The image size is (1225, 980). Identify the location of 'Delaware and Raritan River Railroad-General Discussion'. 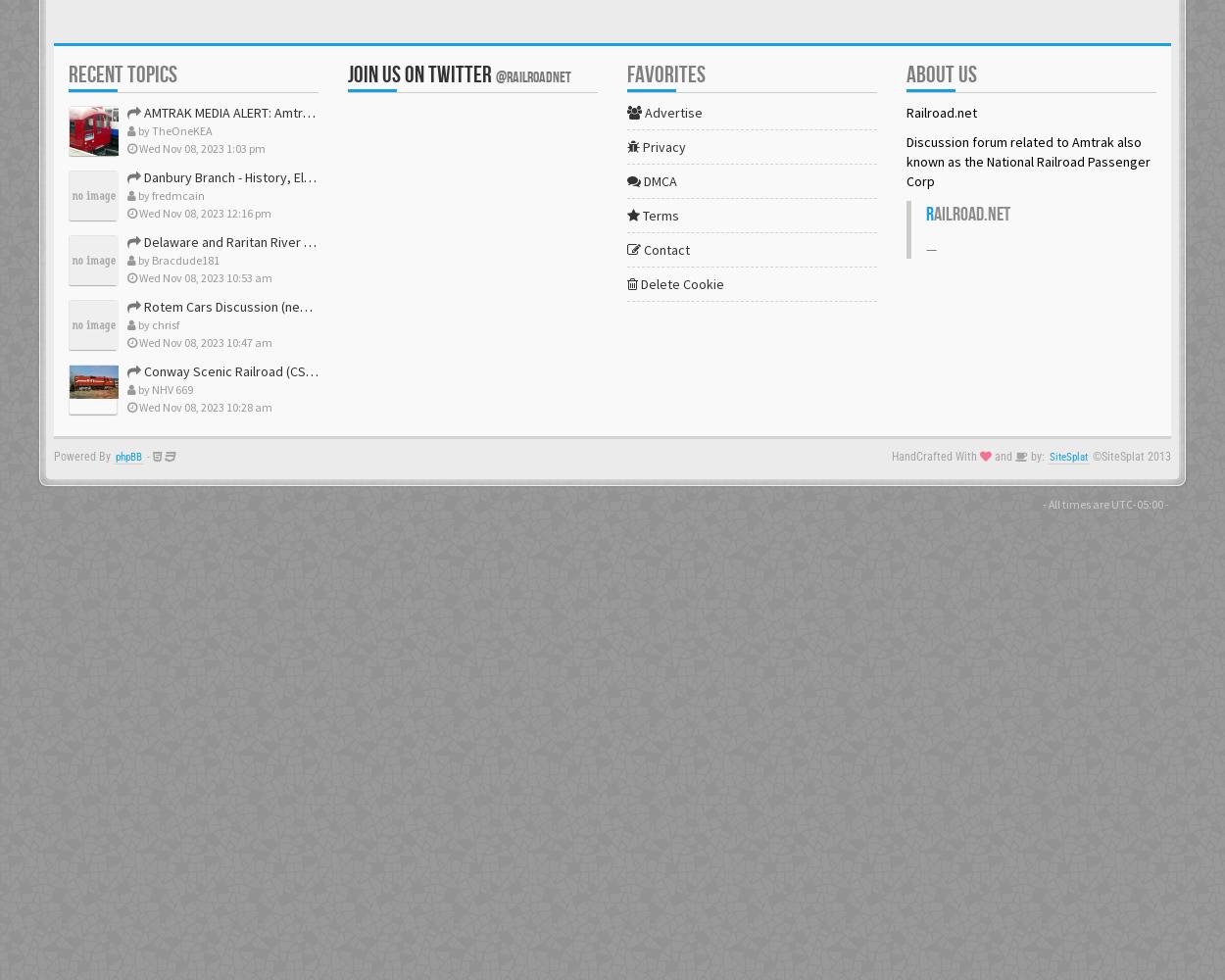
(304, 241).